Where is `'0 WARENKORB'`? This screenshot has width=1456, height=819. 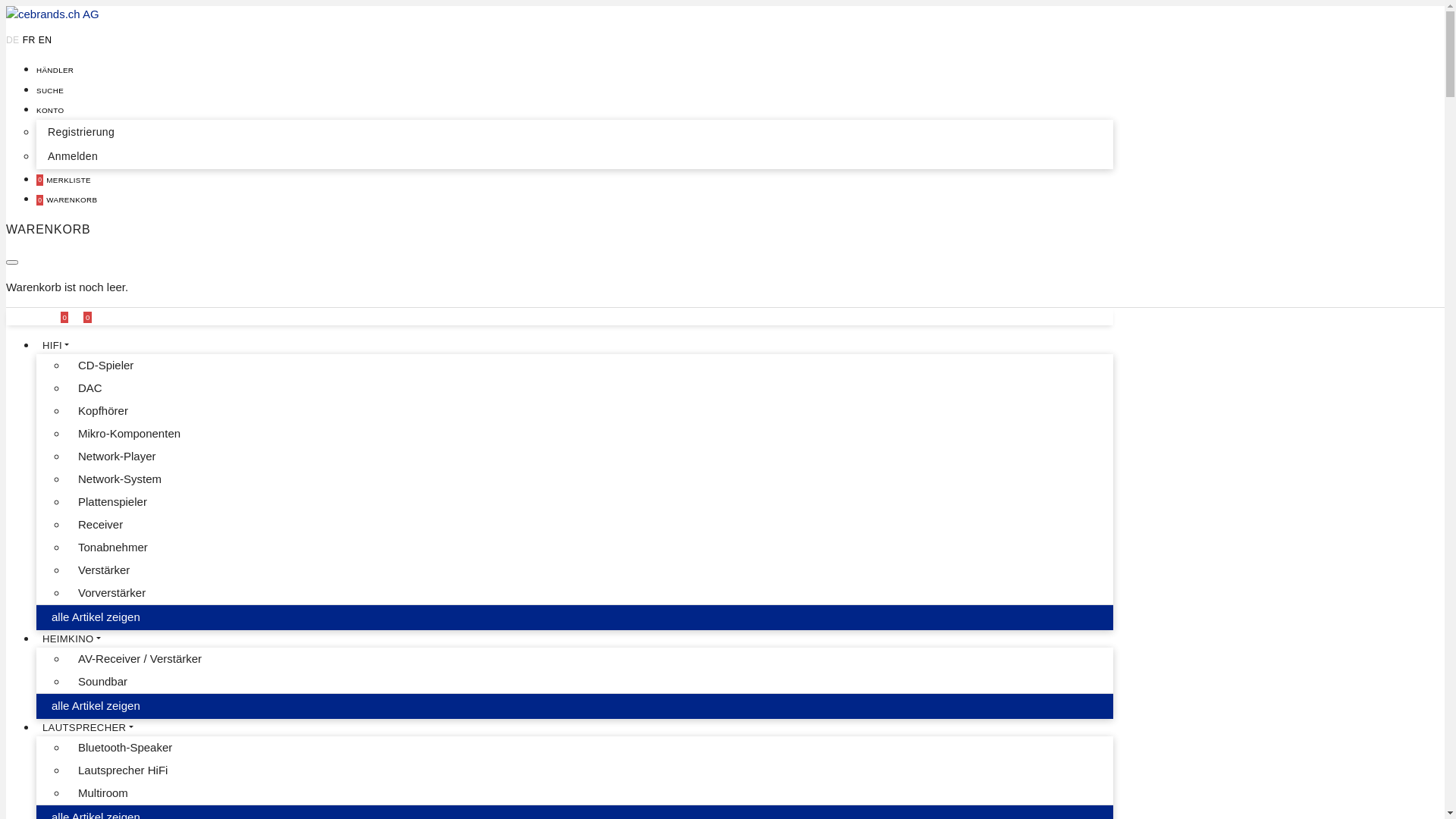
'0 WARENKORB' is located at coordinates (36, 198).